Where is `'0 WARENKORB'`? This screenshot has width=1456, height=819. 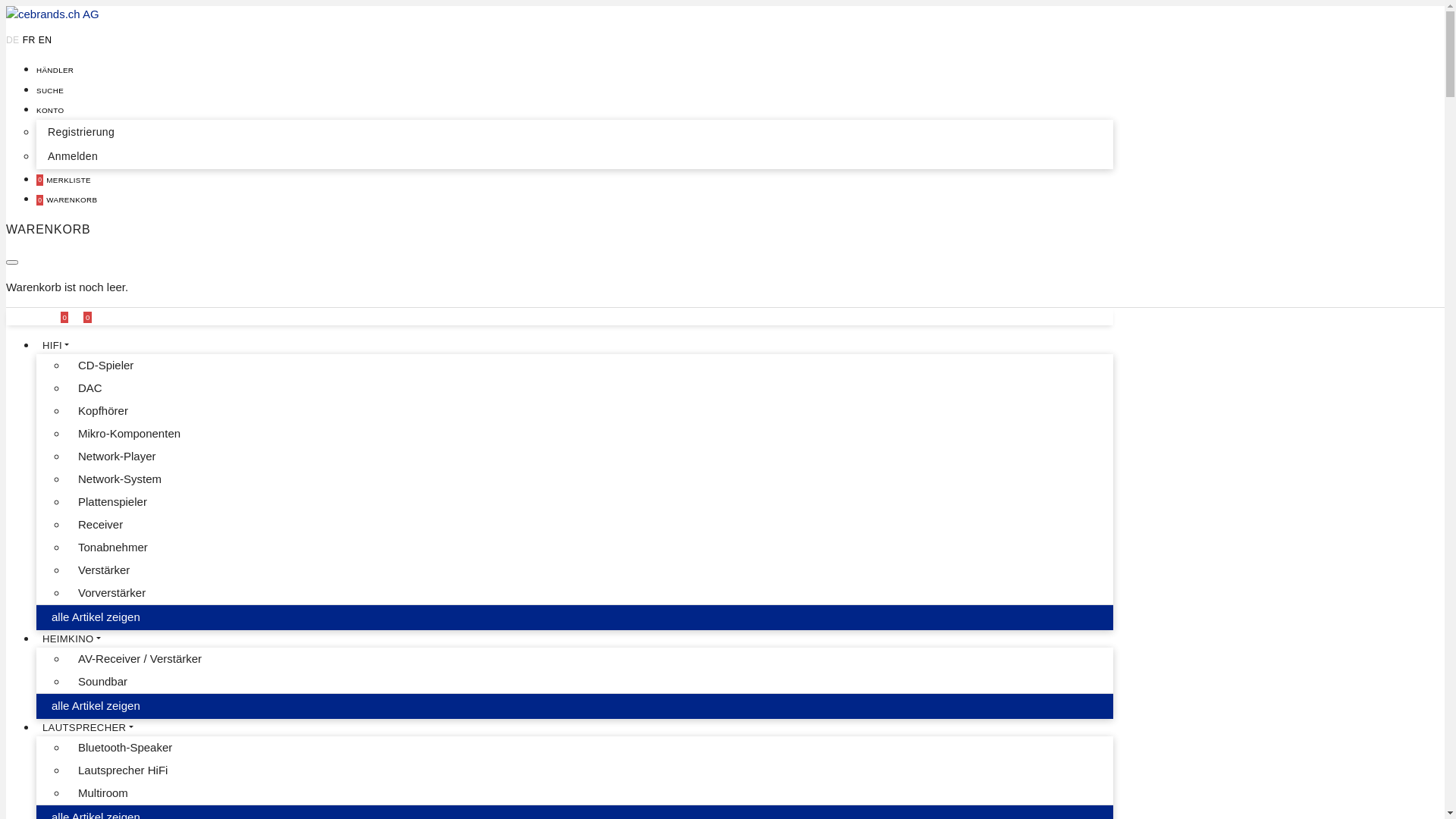
'0 WARENKORB' is located at coordinates (36, 198).